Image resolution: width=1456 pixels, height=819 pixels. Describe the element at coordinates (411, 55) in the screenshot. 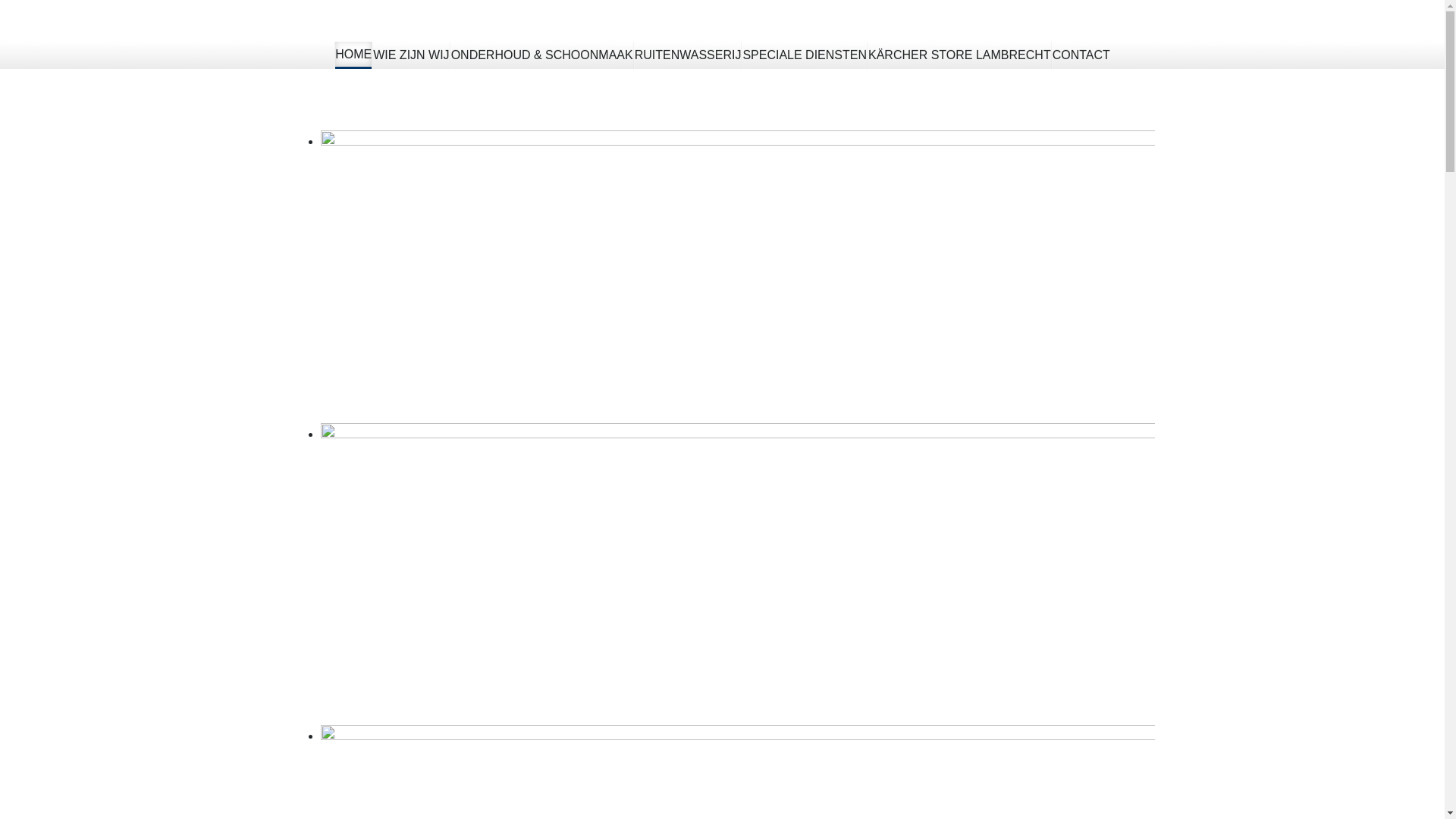

I see `'WIE ZIJN WIJ'` at that location.